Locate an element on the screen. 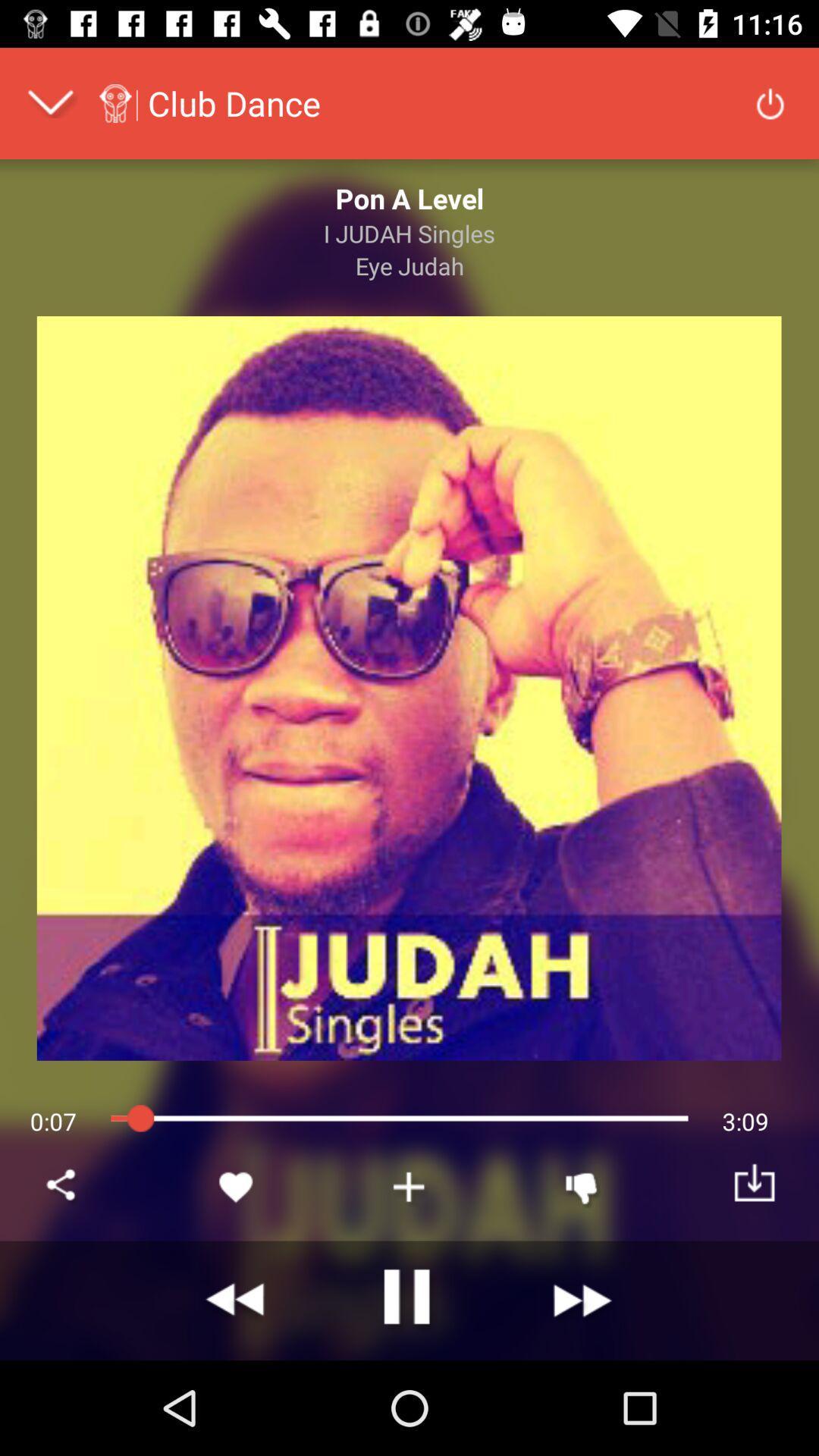 This screenshot has height=1456, width=819. rewind is located at coordinates (237, 1300).